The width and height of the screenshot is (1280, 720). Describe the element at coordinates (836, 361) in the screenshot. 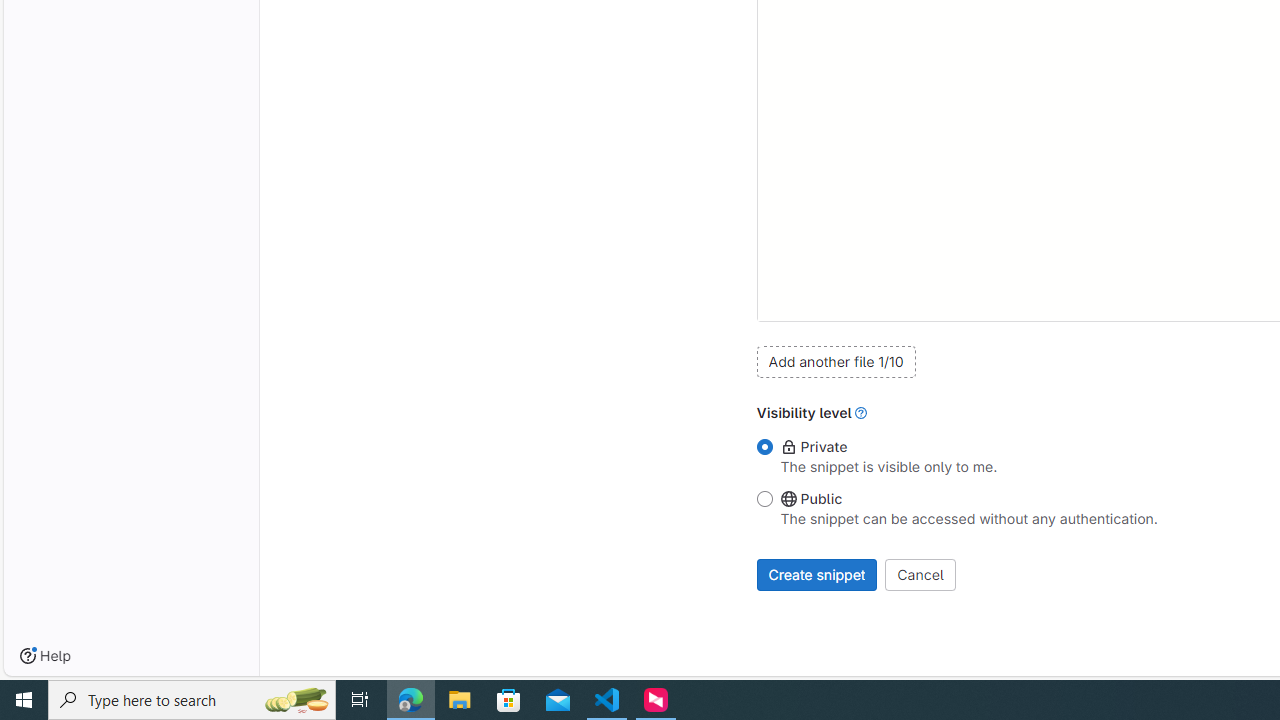

I see `'Add another file 1/10'` at that location.